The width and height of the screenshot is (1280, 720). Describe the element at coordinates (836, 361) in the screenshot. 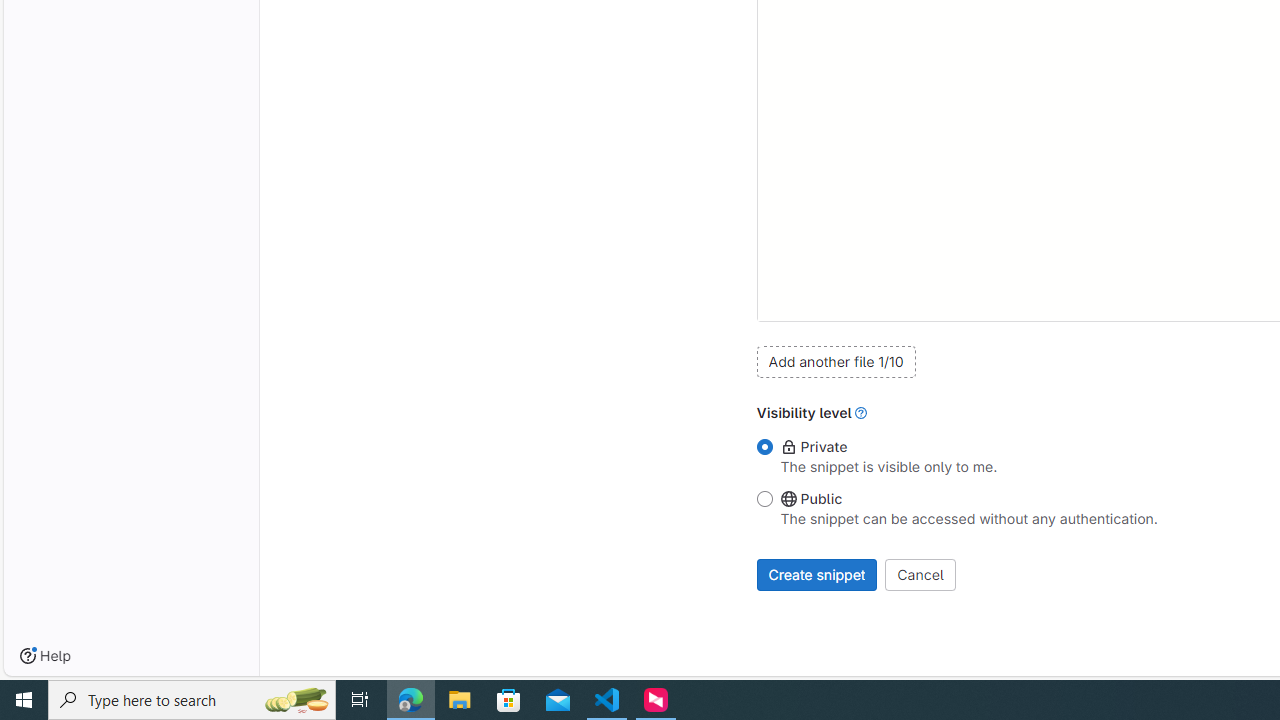

I see `'Add another file 1/10'` at that location.